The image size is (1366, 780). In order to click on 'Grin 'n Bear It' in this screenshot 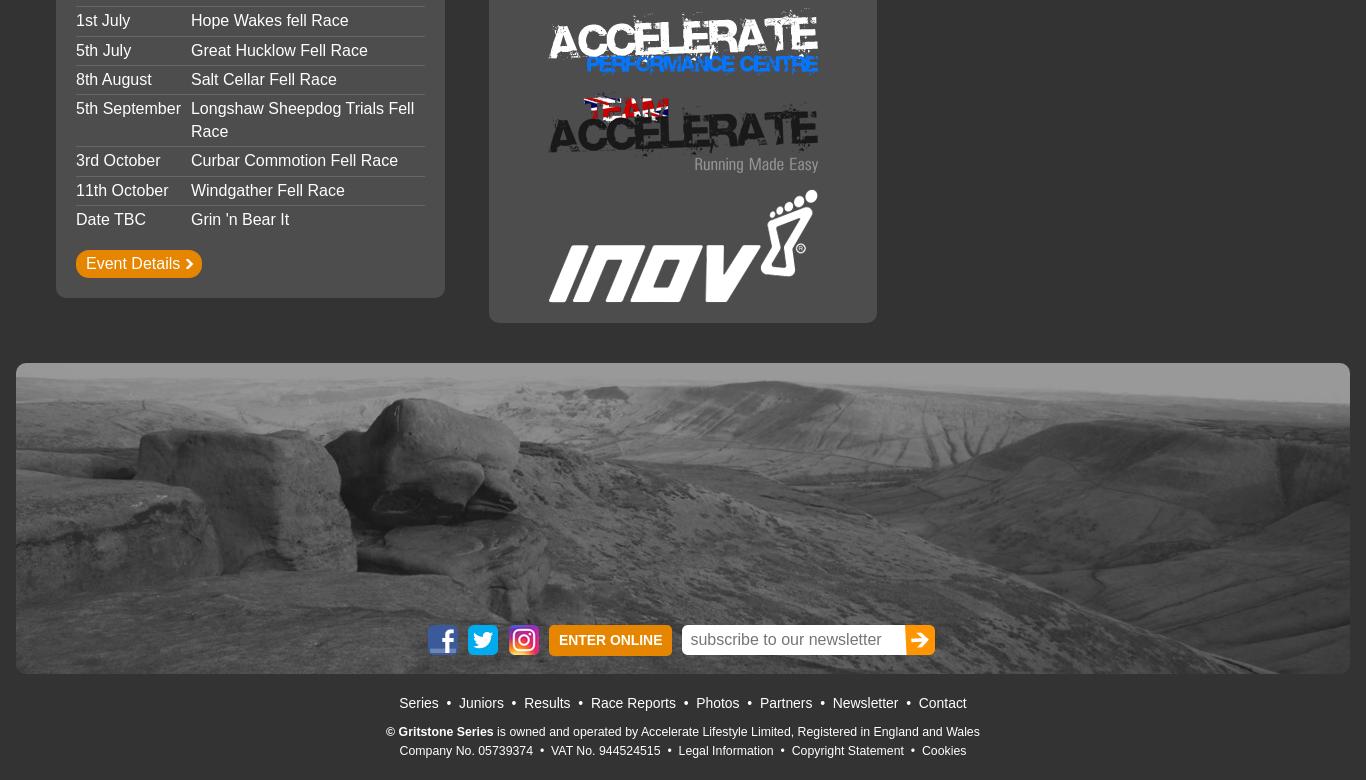, I will do `click(239, 218)`.